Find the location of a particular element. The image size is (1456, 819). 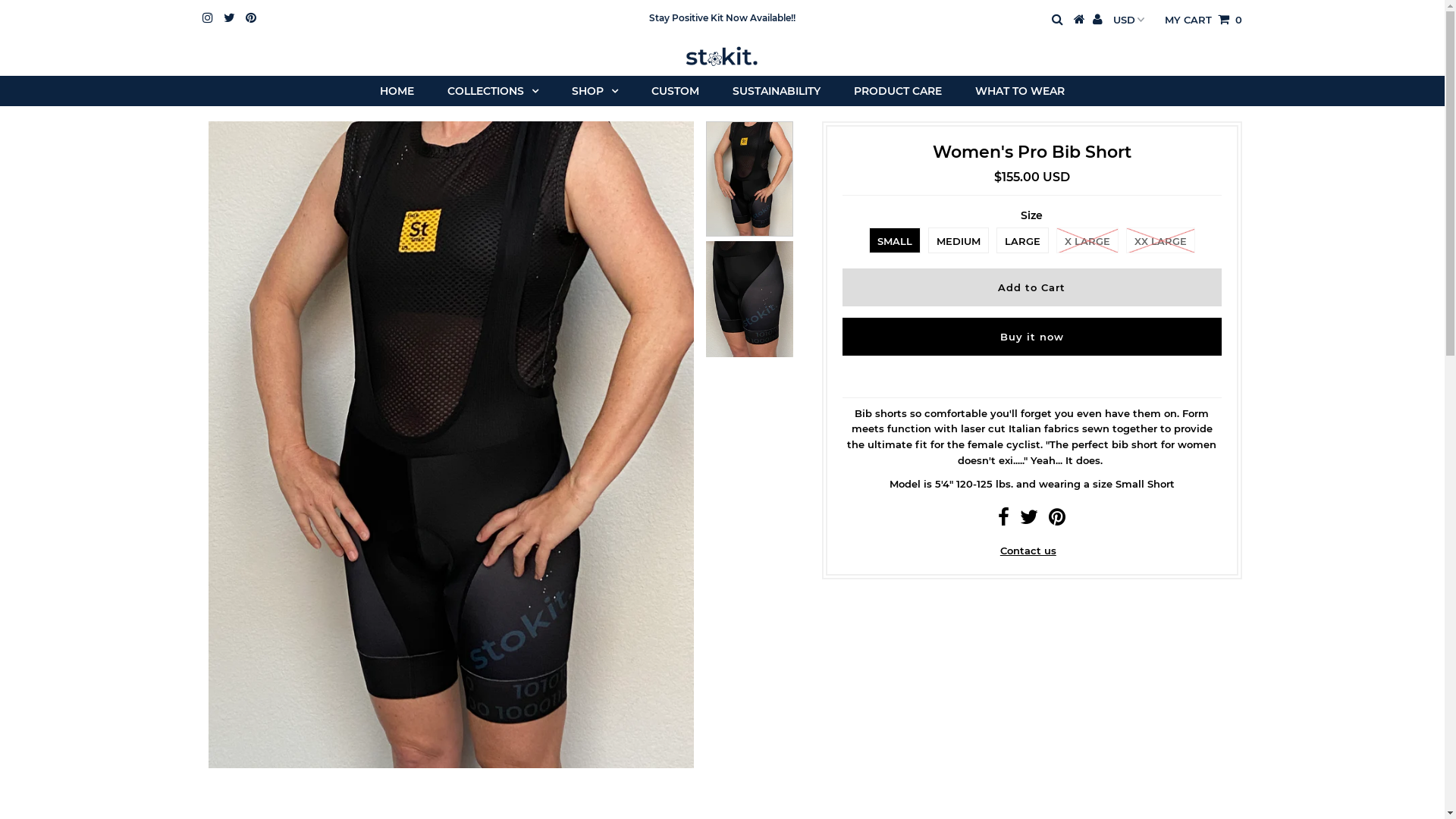

'Share on Pinterest' is located at coordinates (1056, 519).